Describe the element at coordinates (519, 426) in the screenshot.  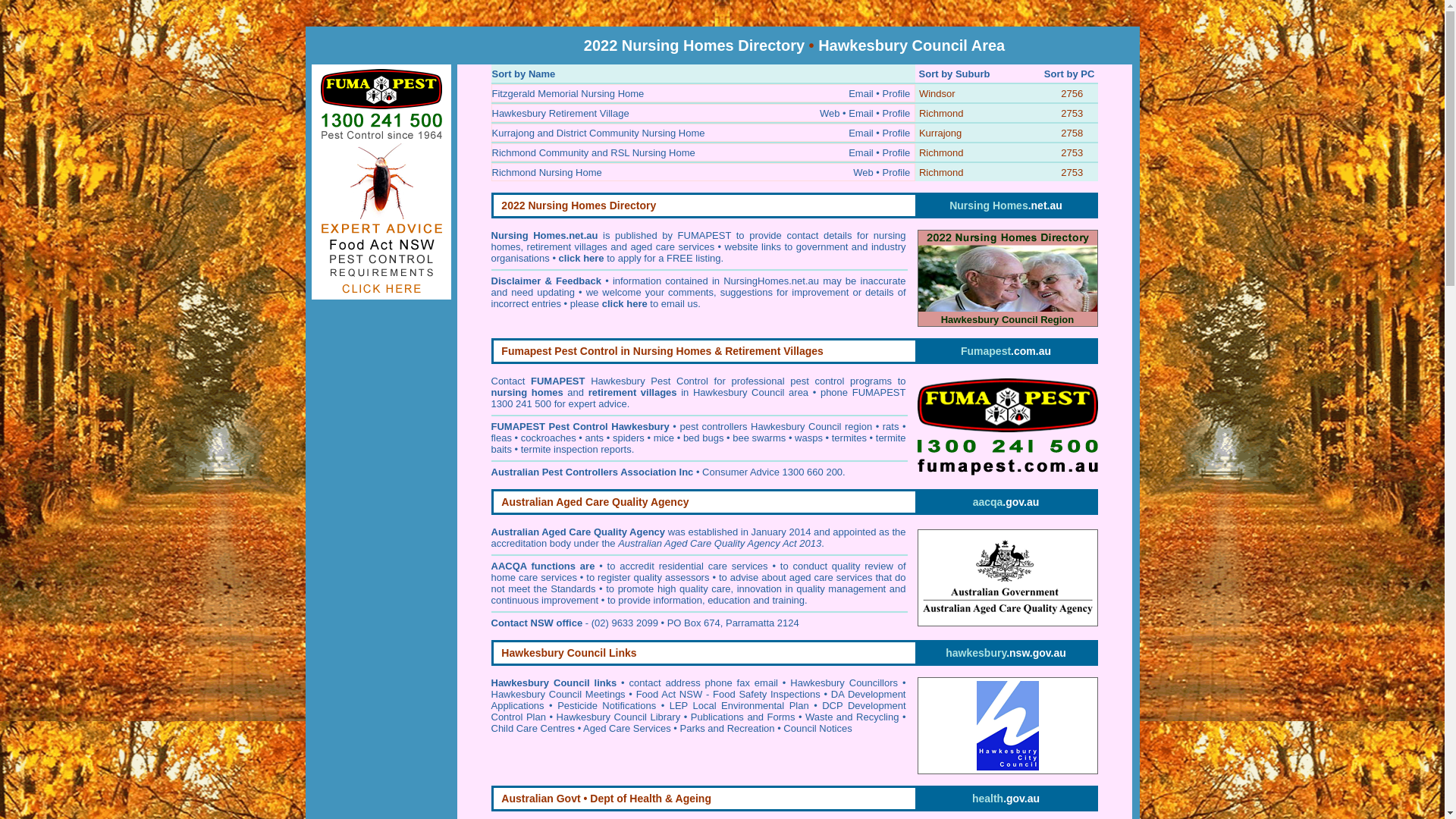
I see `'FUMAPEST'` at that location.